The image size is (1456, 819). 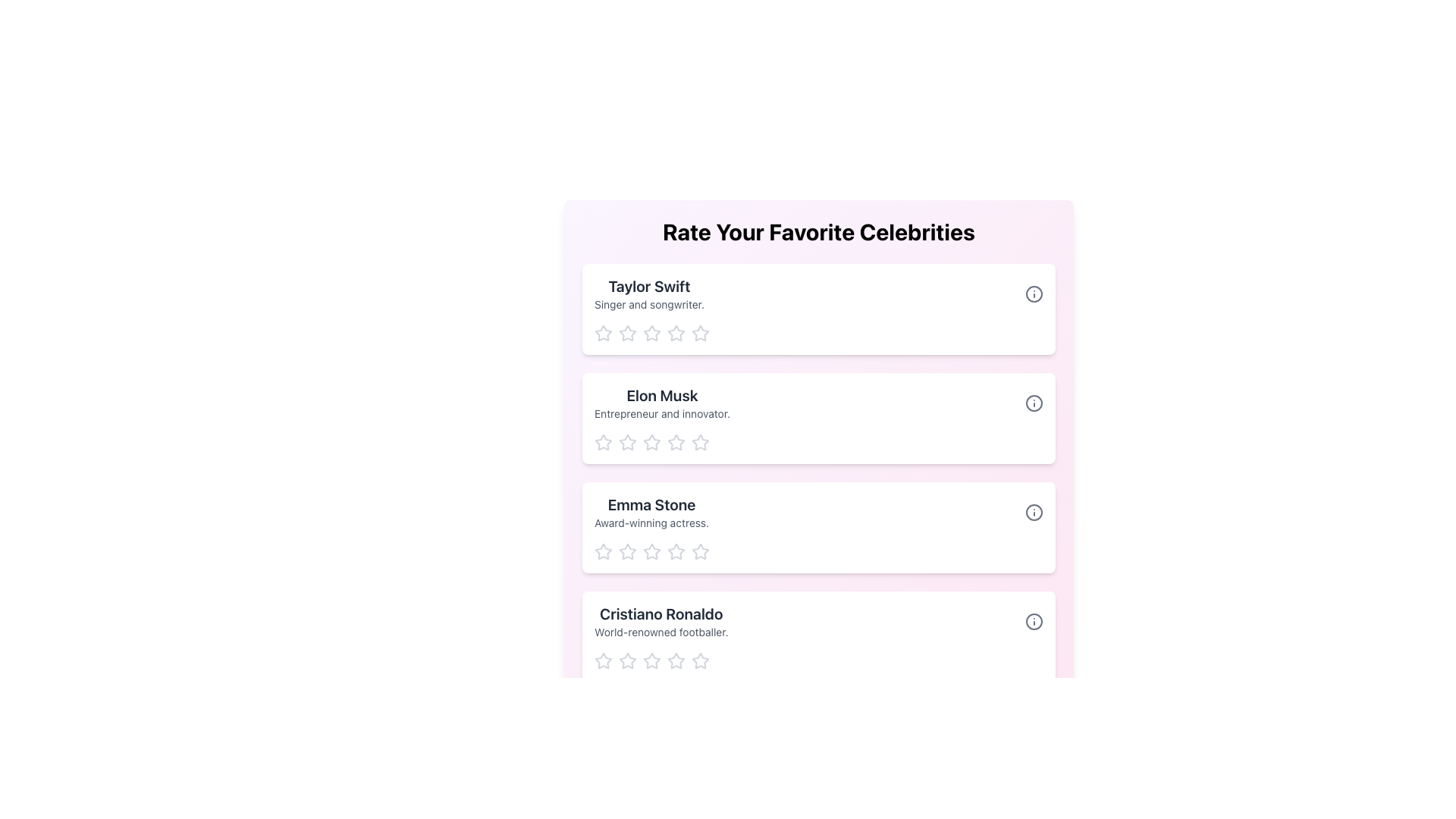 I want to click on the first rating star icon, so click(x=628, y=332).